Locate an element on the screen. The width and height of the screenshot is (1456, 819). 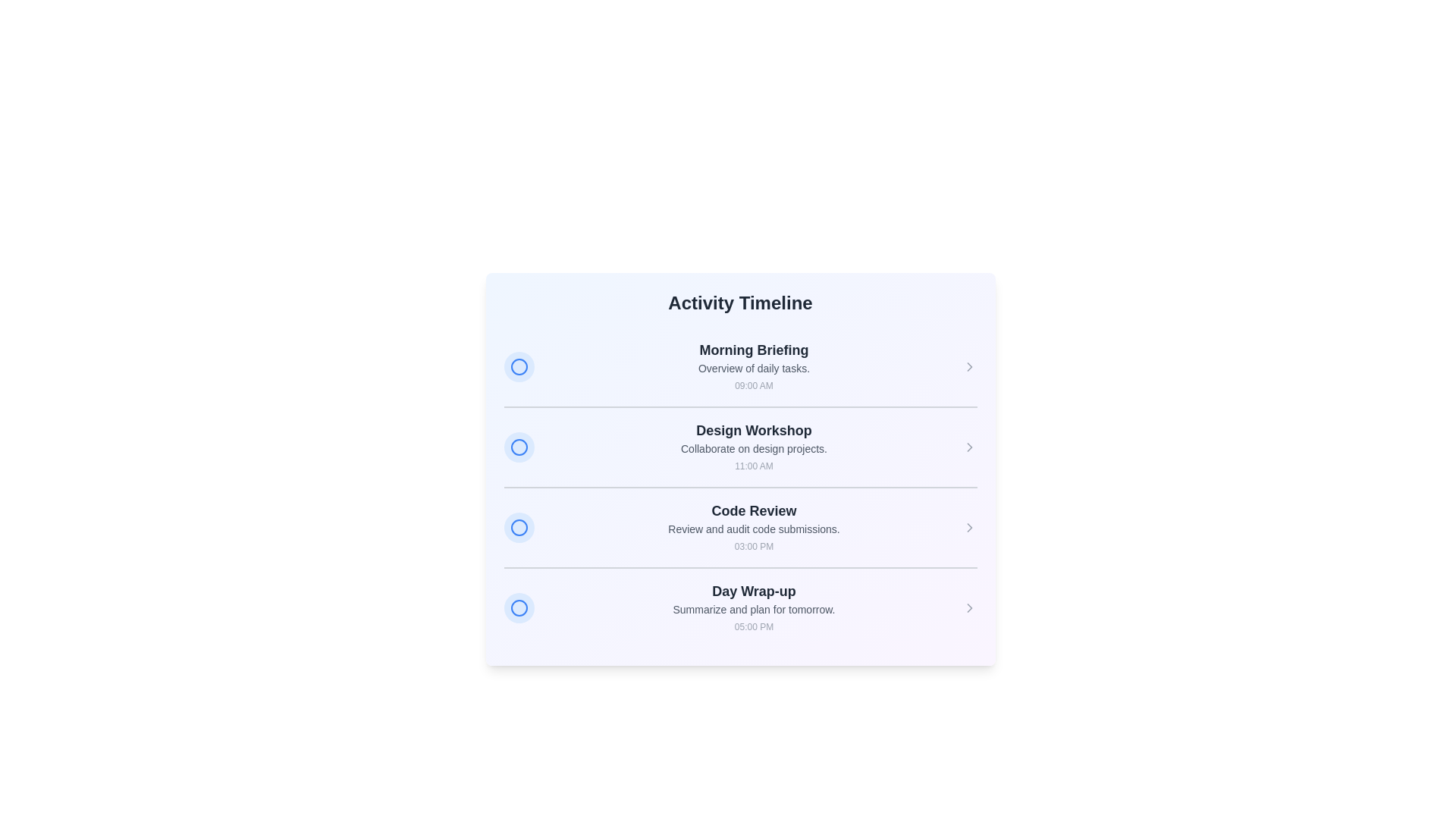
the fourth timeline list item labeled 'Day Wrap-up' which provides a description and time is located at coordinates (754, 607).